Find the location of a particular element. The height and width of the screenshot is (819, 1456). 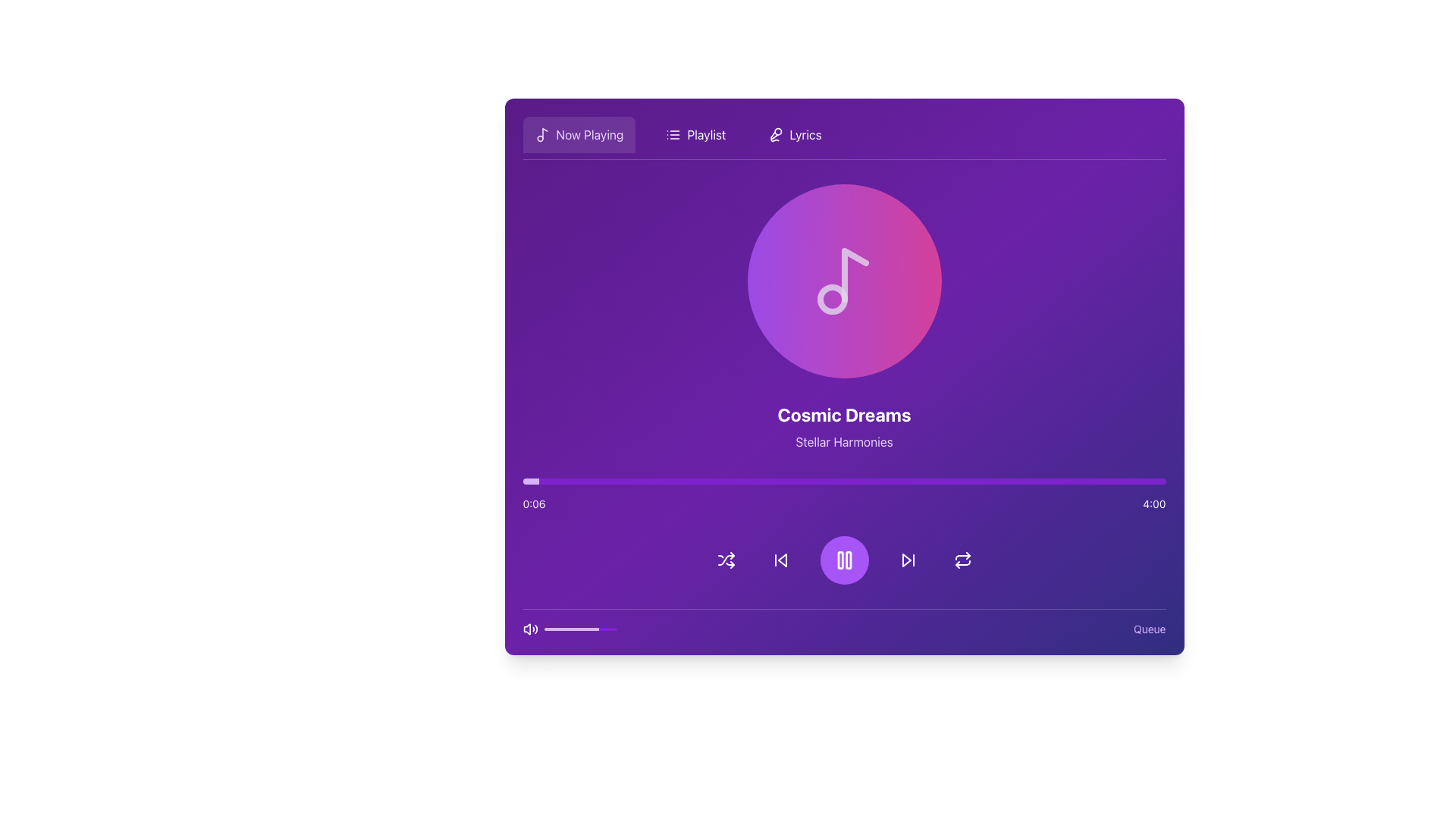

the circular graphic featuring a gradient background and a white musical note icon, located centrally within the upper section of the interface is located at coordinates (843, 281).